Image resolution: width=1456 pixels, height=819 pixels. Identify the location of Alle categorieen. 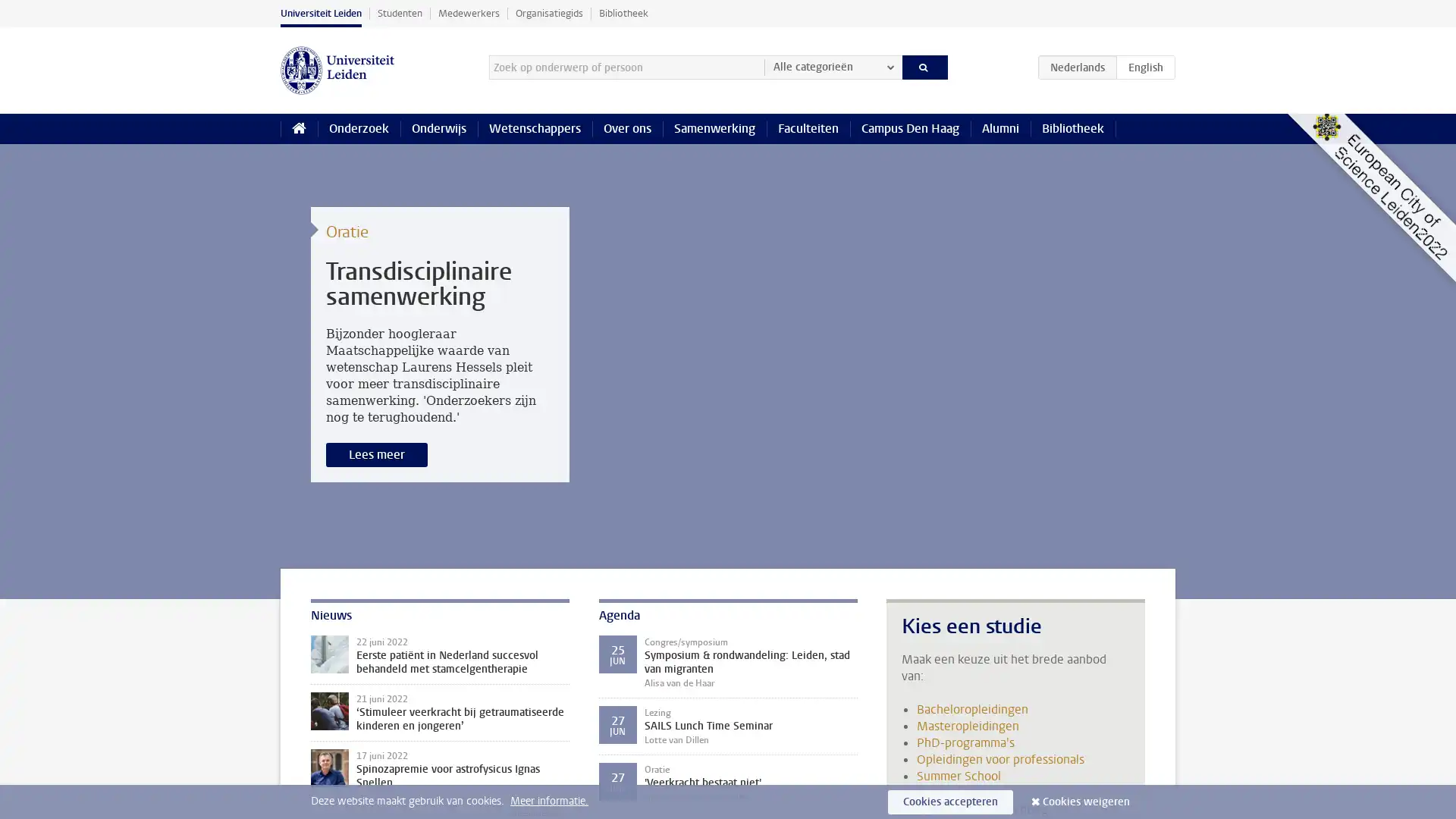
(832, 66).